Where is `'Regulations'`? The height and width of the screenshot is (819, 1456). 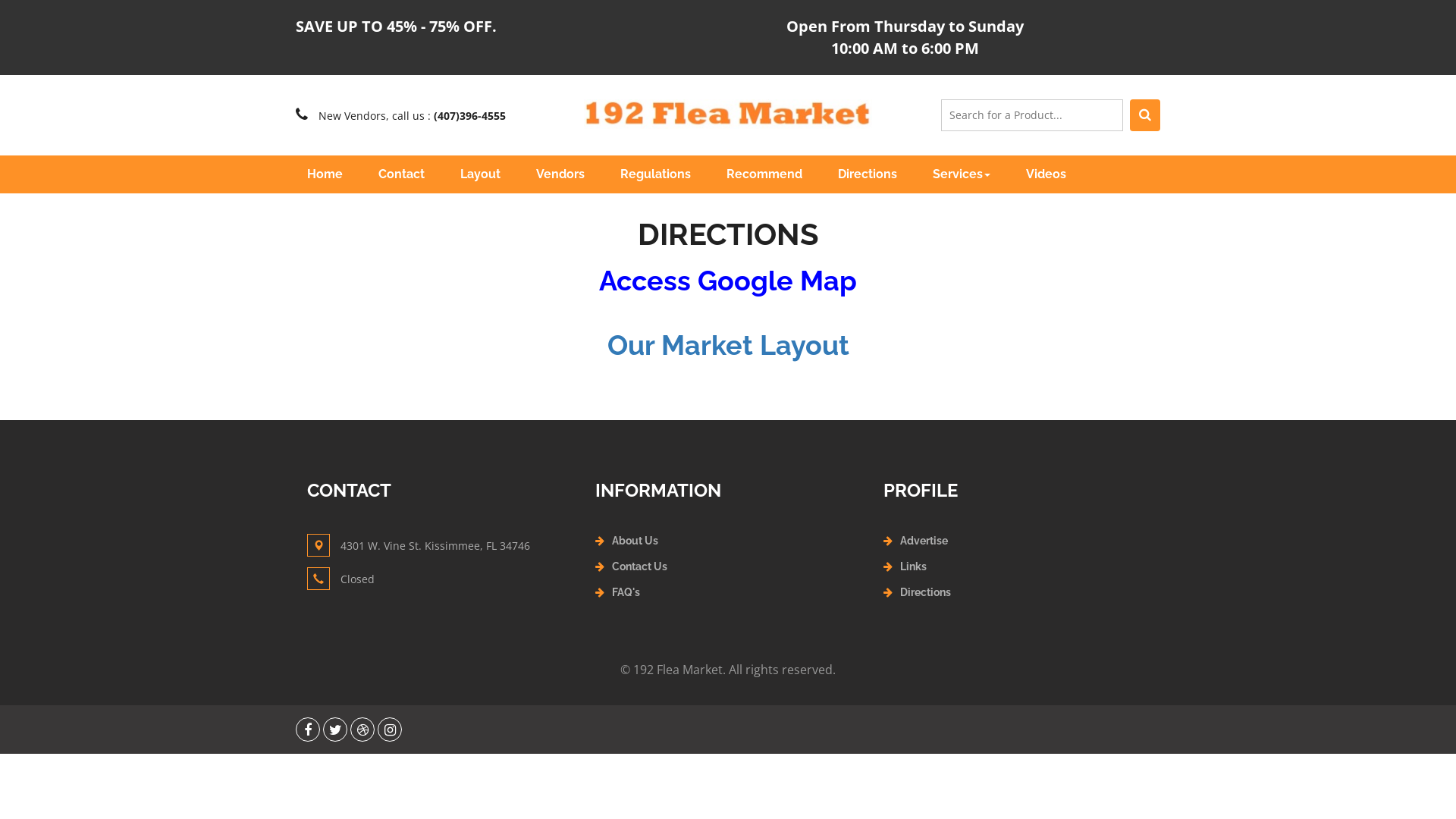 'Regulations' is located at coordinates (655, 174).